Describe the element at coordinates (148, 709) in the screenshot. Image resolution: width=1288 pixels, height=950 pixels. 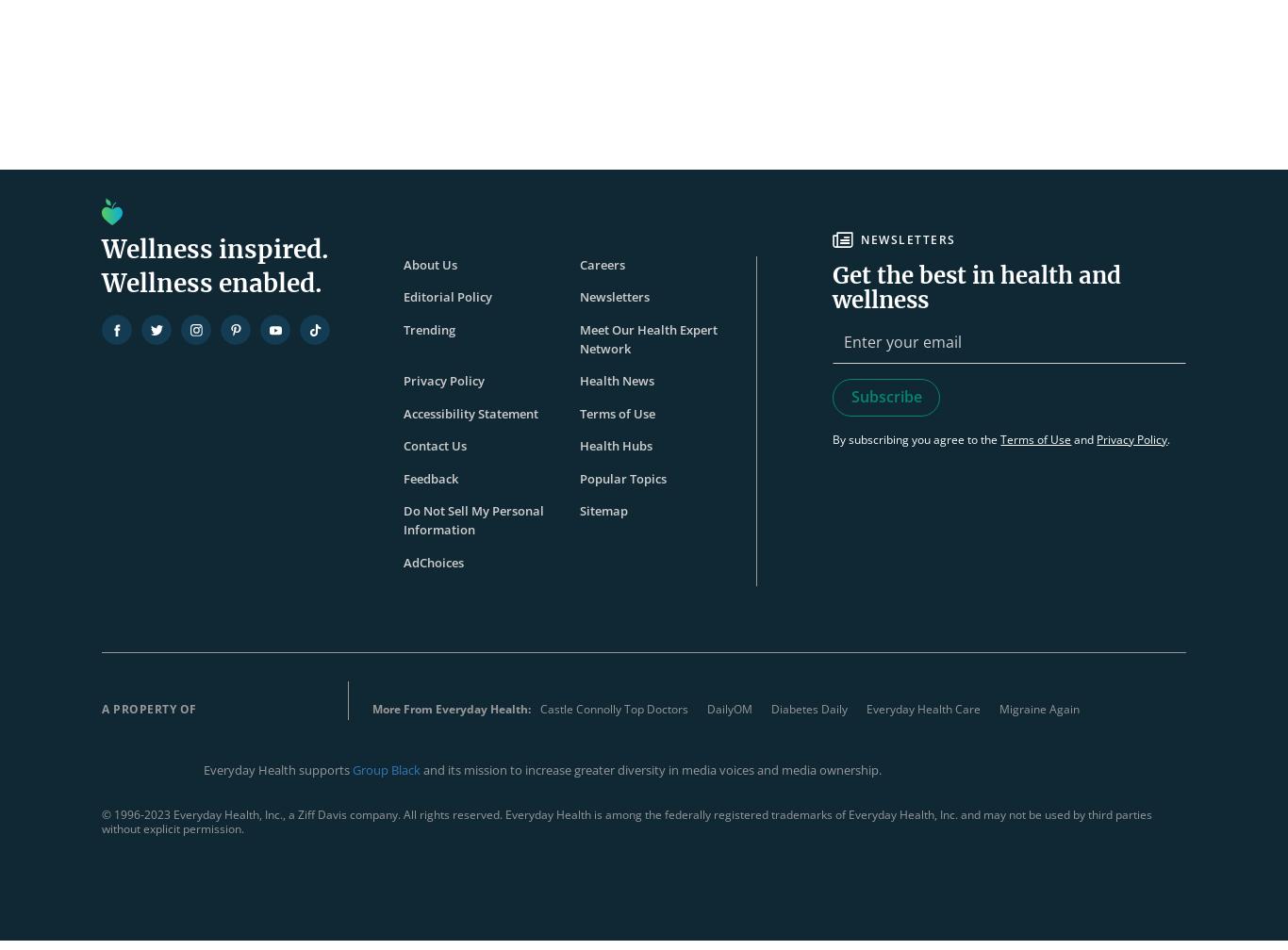
I see `'A PROPERTY OF'` at that location.